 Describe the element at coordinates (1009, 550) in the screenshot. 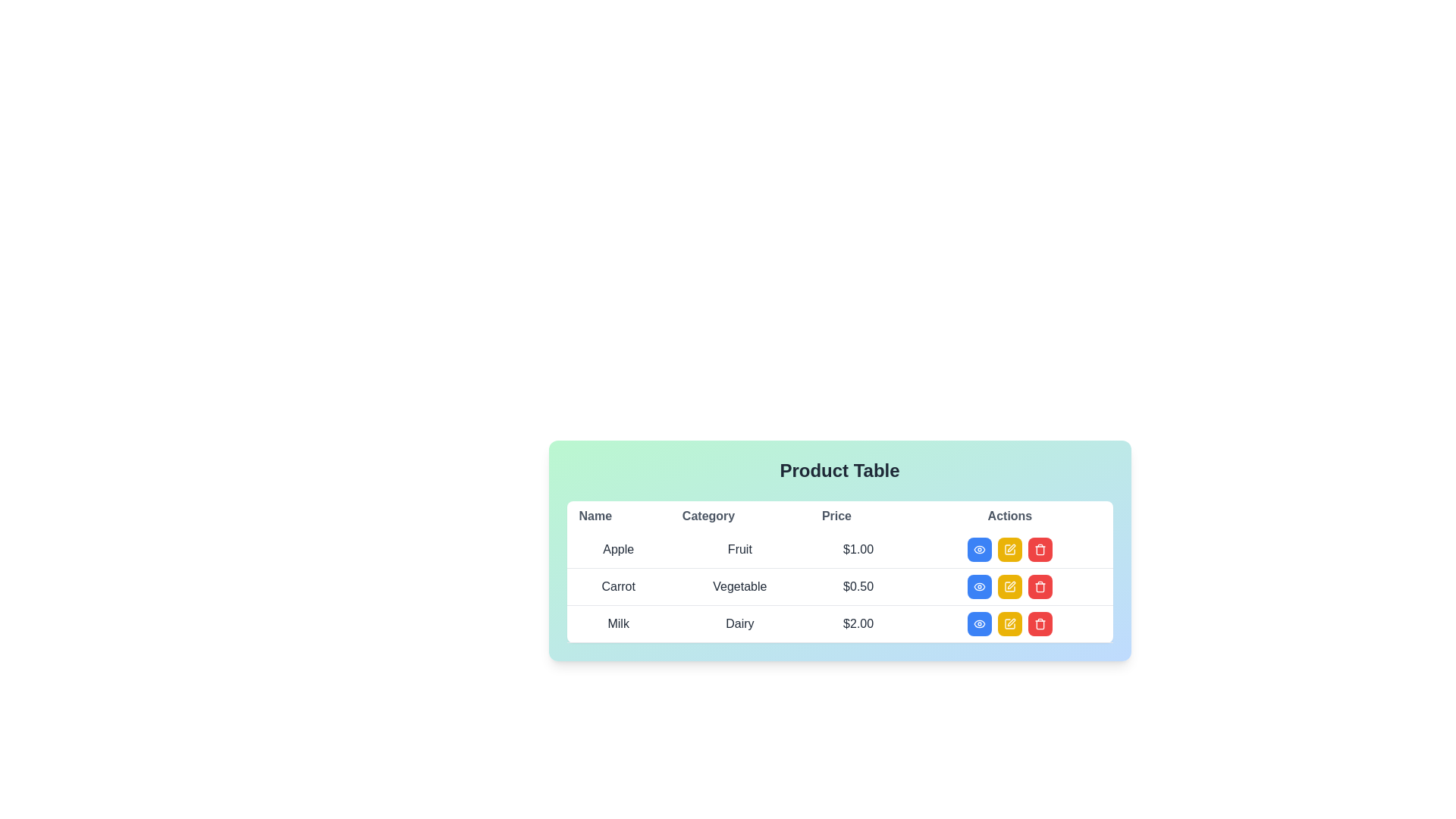

I see `the 'Edit' button (yellow with editing symbol) in the 'Actions' column for the 'Carrot' product entry to initiate the edit action` at that location.